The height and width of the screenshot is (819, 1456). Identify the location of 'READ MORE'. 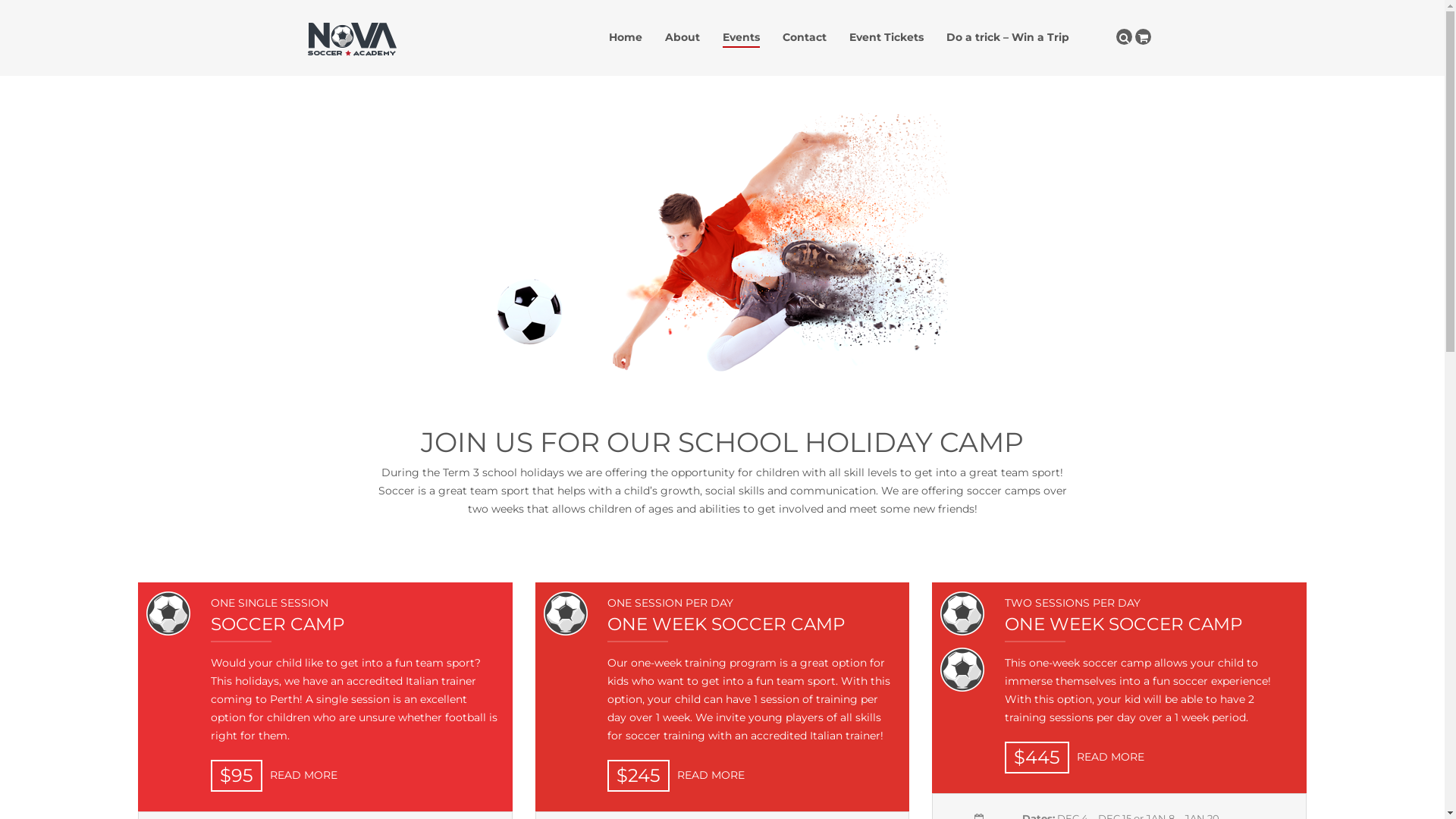
(669, 775).